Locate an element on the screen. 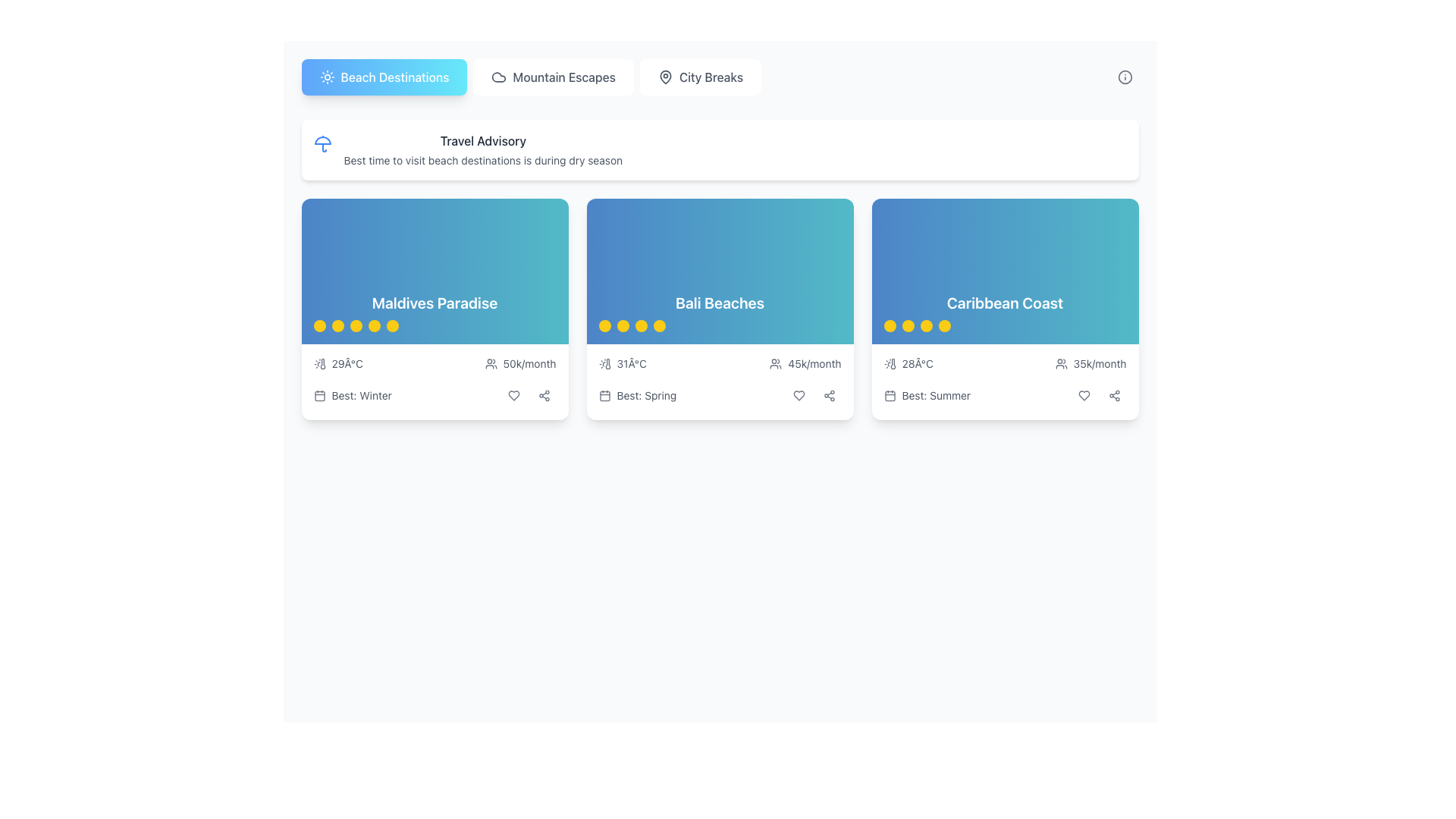 Image resolution: width=1456 pixels, height=819 pixels. the circular Share Button featuring a share icon with three connected circles, located in the bottom-right corner of the 'Caribbean Coast' card, to share the card is located at coordinates (1114, 394).